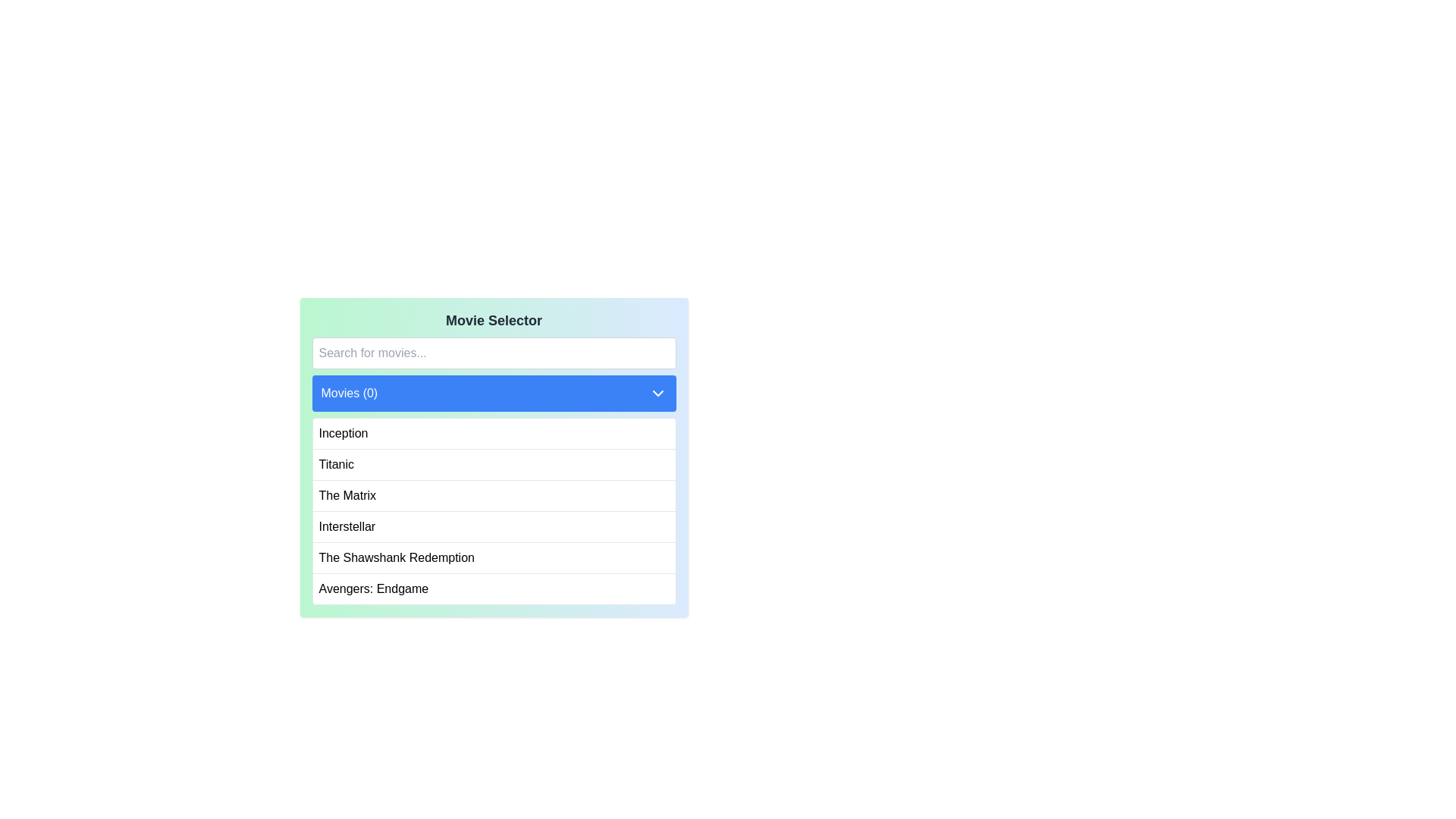 The image size is (1456, 819). Describe the element at coordinates (494, 526) in the screenshot. I see `the movie title 'Interstellar' in the selection list` at that location.